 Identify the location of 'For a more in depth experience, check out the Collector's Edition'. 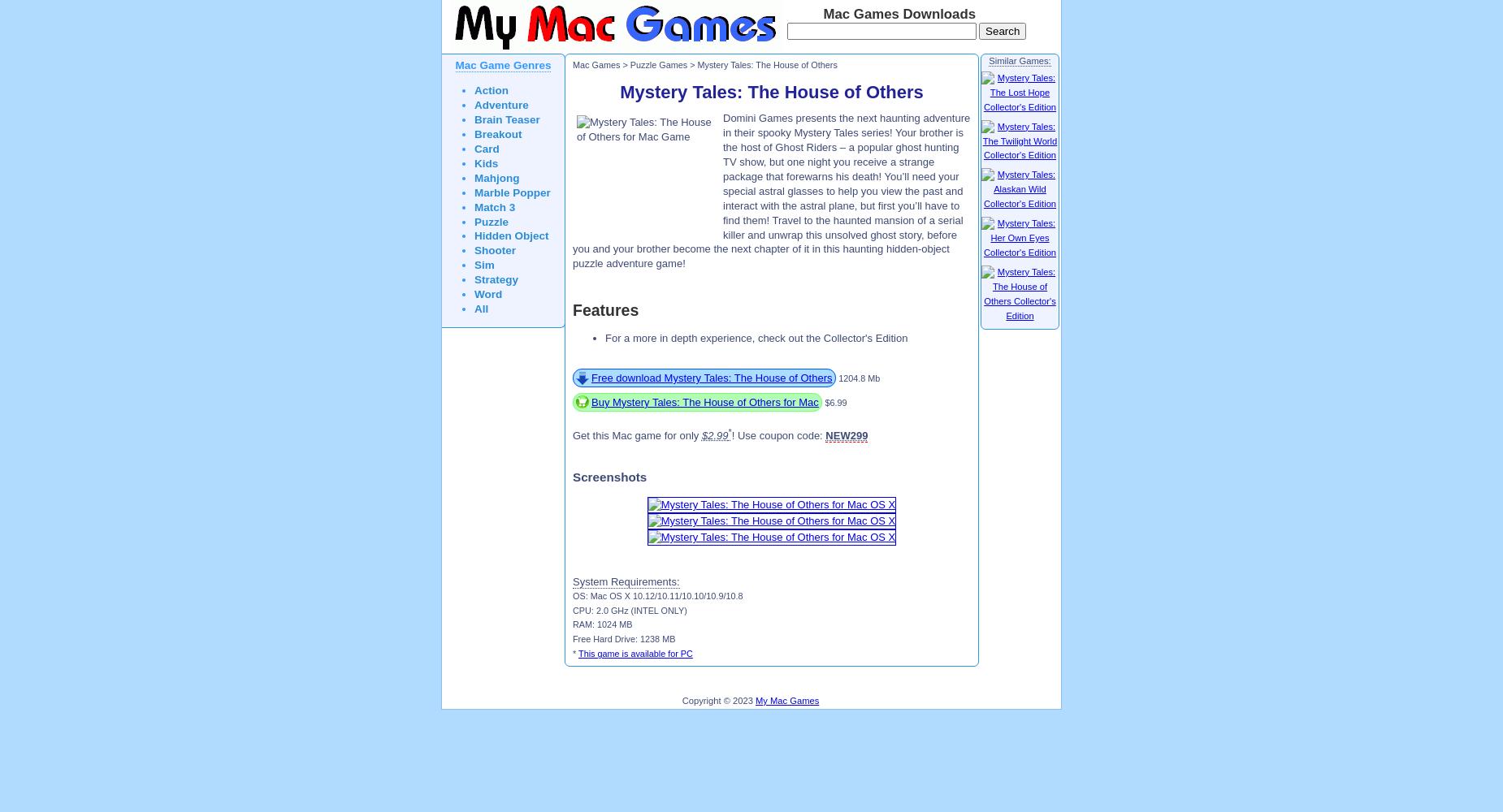
(755, 338).